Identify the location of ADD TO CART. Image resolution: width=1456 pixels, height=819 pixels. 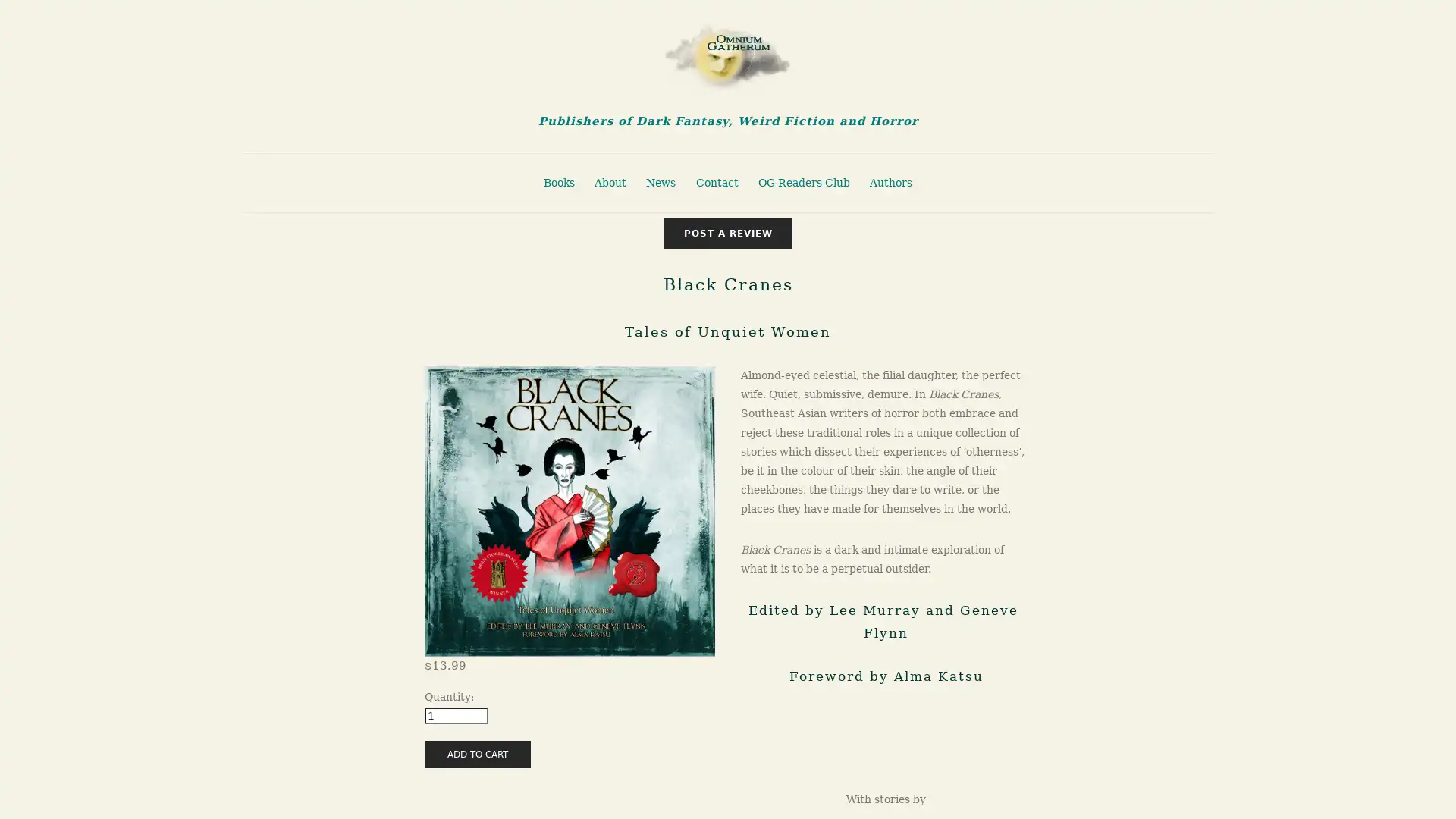
(476, 754).